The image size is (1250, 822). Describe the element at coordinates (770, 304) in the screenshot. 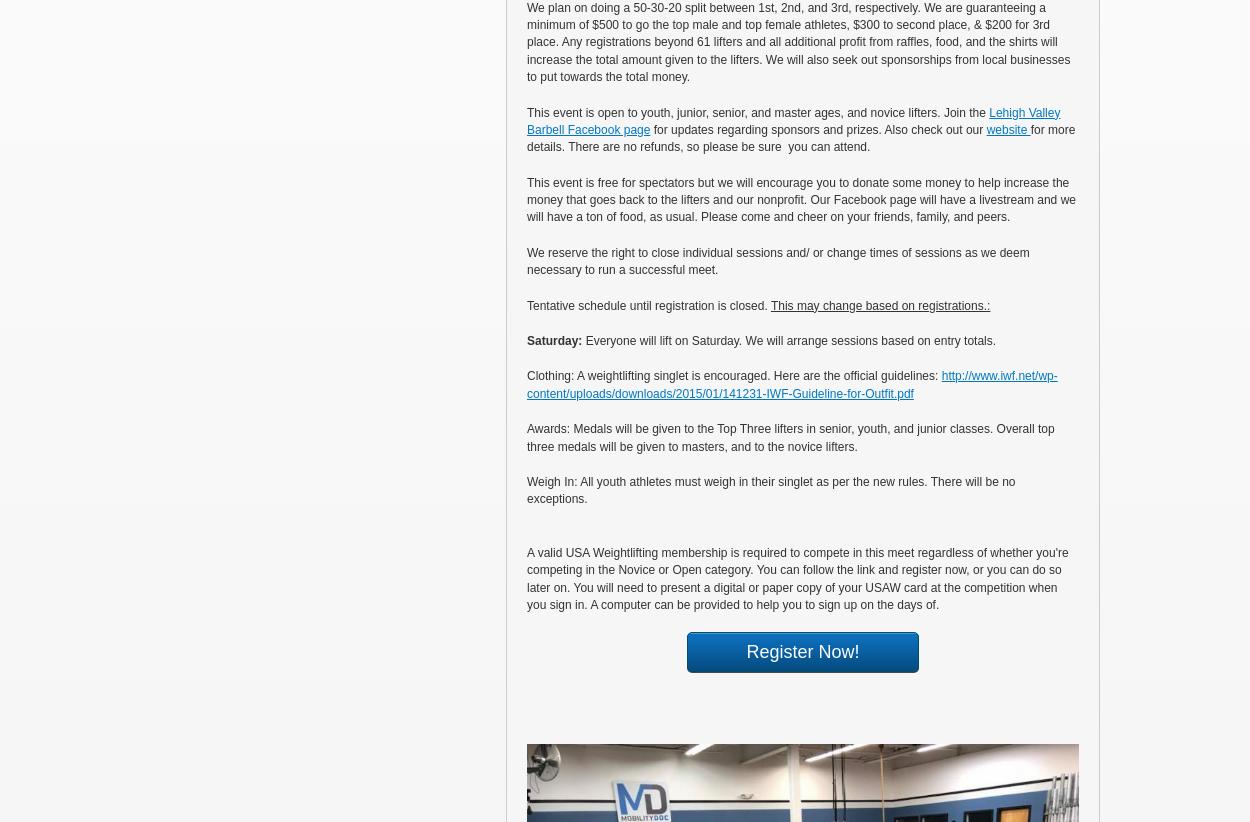

I see `'This may change based on registrations.:'` at that location.